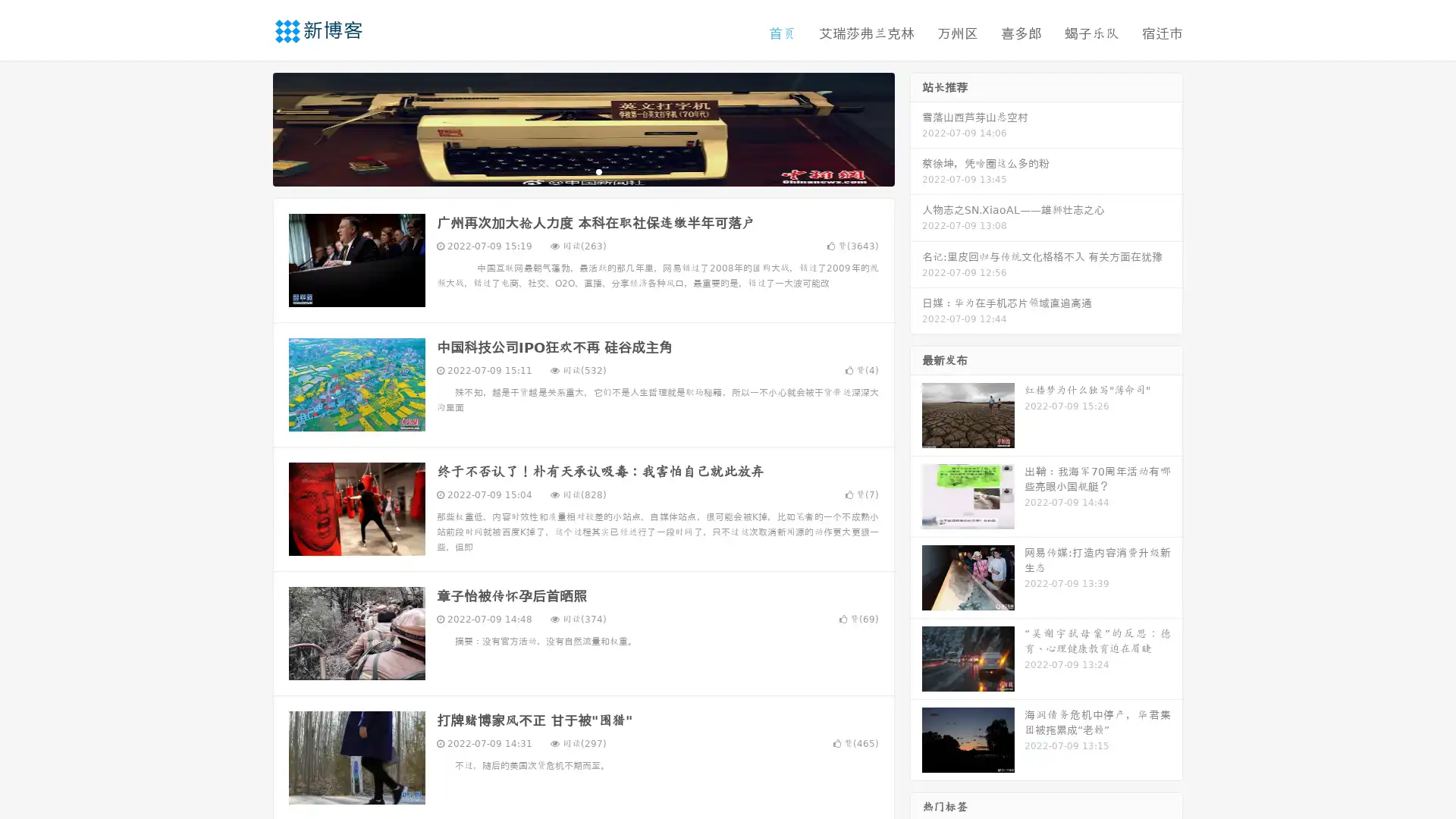  What do you see at coordinates (567, 171) in the screenshot?
I see `Go to slide 1` at bounding box center [567, 171].